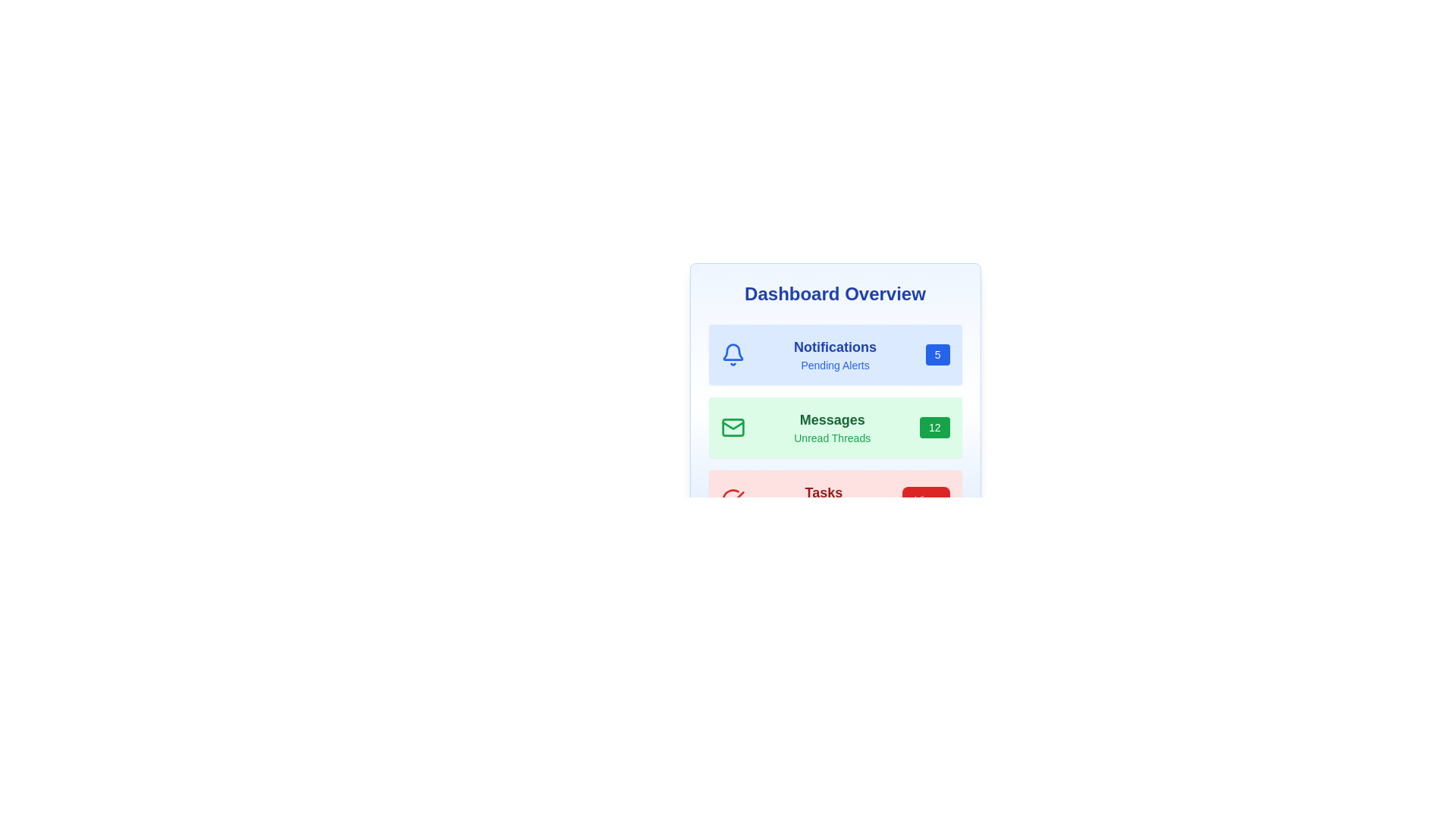 This screenshot has width=1456, height=819. What do you see at coordinates (834, 354) in the screenshot?
I see `the section title Text block located within a rectangular blue background card, positioned near the top of the dashboard's main view, right of the bell icon and above a badge with the number '5'` at bounding box center [834, 354].